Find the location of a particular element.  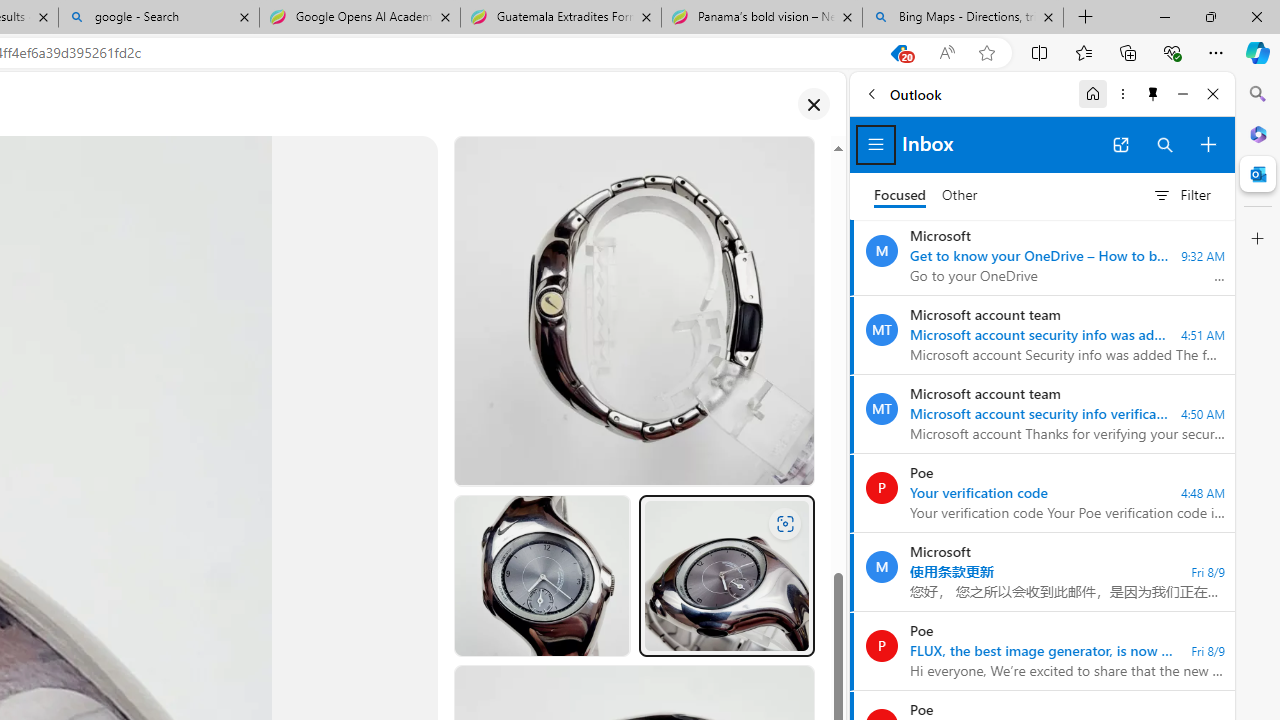

'Folder navigation' is located at coordinates (876, 144).